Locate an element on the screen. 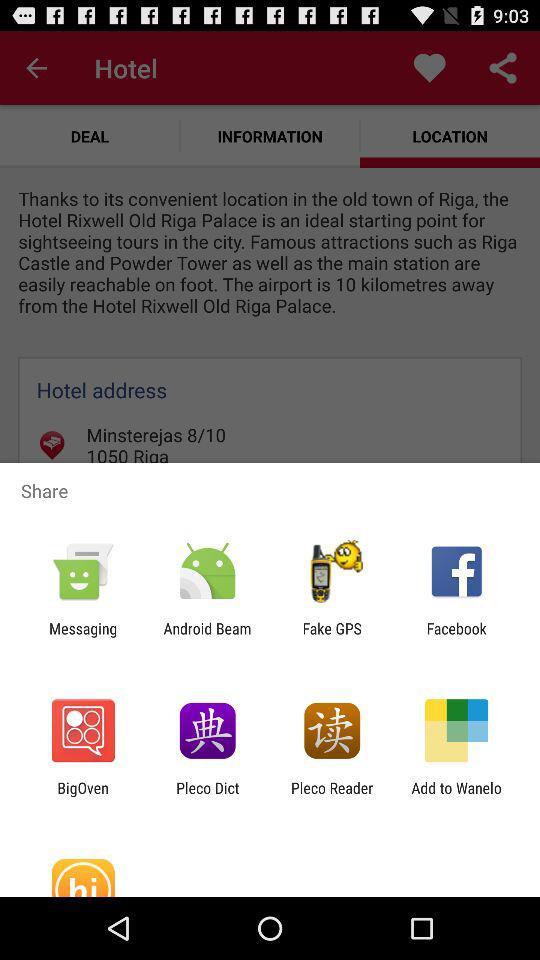  messaging app is located at coordinates (82, 636).